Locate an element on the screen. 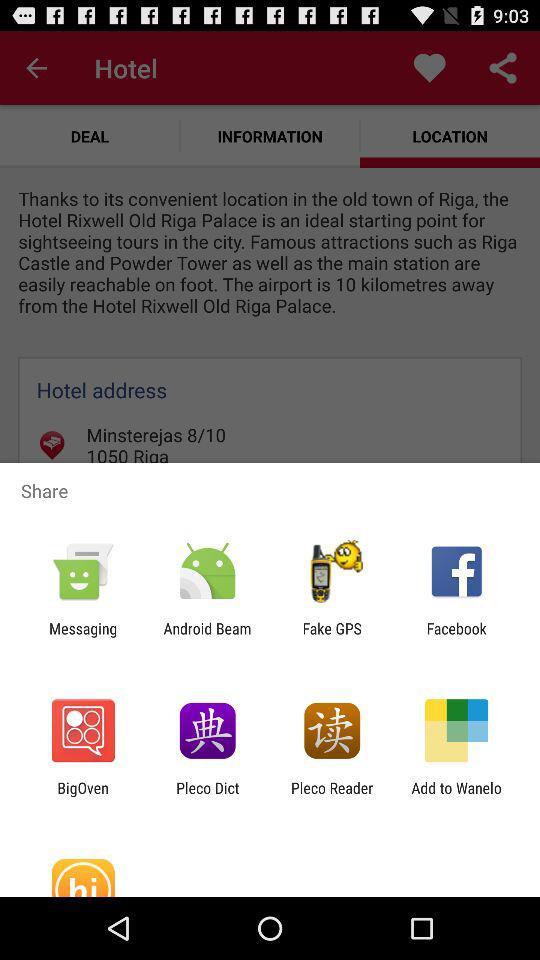  messaging app is located at coordinates (82, 636).